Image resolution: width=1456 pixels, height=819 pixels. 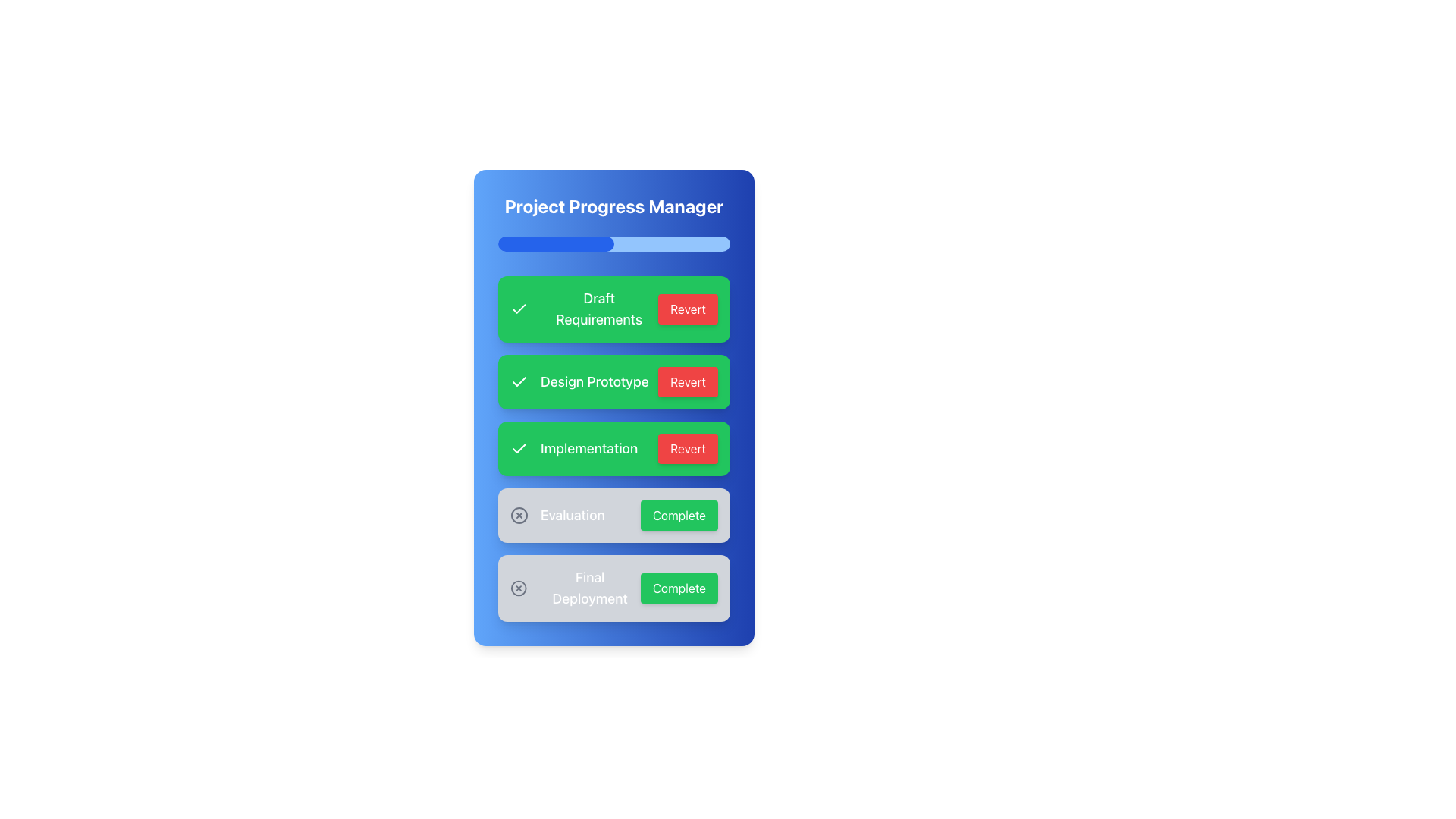 I want to click on the 'Implementation' label in the Project Progress Manager, which is the third label in a vertical list of progress stages, so click(x=588, y=447).